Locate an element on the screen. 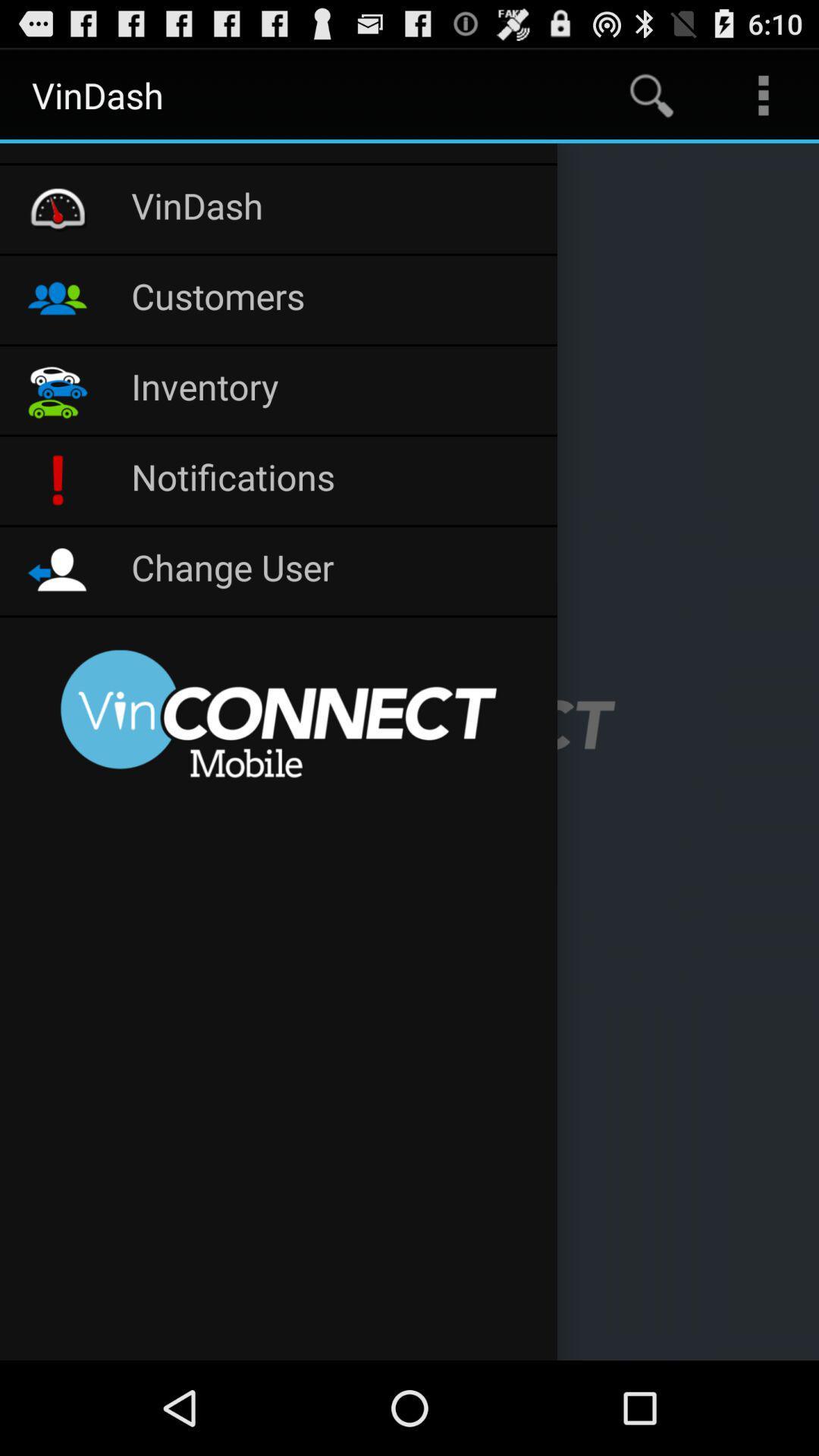 This screenshot has height=1456, width=819. the app above the vindash icon is located at coordinates (278, 153).